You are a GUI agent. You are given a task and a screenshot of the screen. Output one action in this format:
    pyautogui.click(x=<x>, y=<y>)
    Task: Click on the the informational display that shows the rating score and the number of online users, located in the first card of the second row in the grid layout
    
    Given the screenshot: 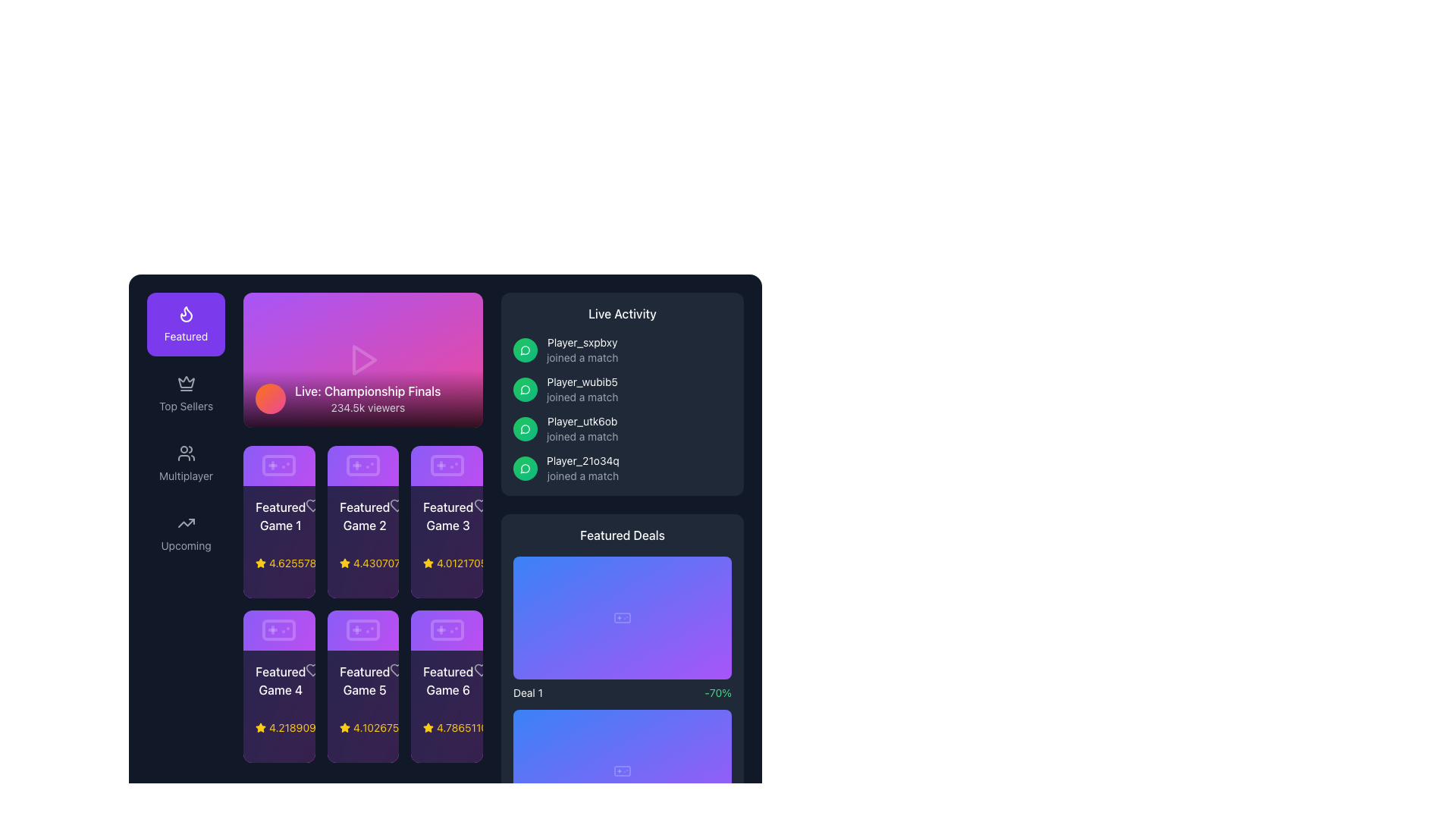 What is the action you would take?
    pyautogui.click(x=332, y=563)
    